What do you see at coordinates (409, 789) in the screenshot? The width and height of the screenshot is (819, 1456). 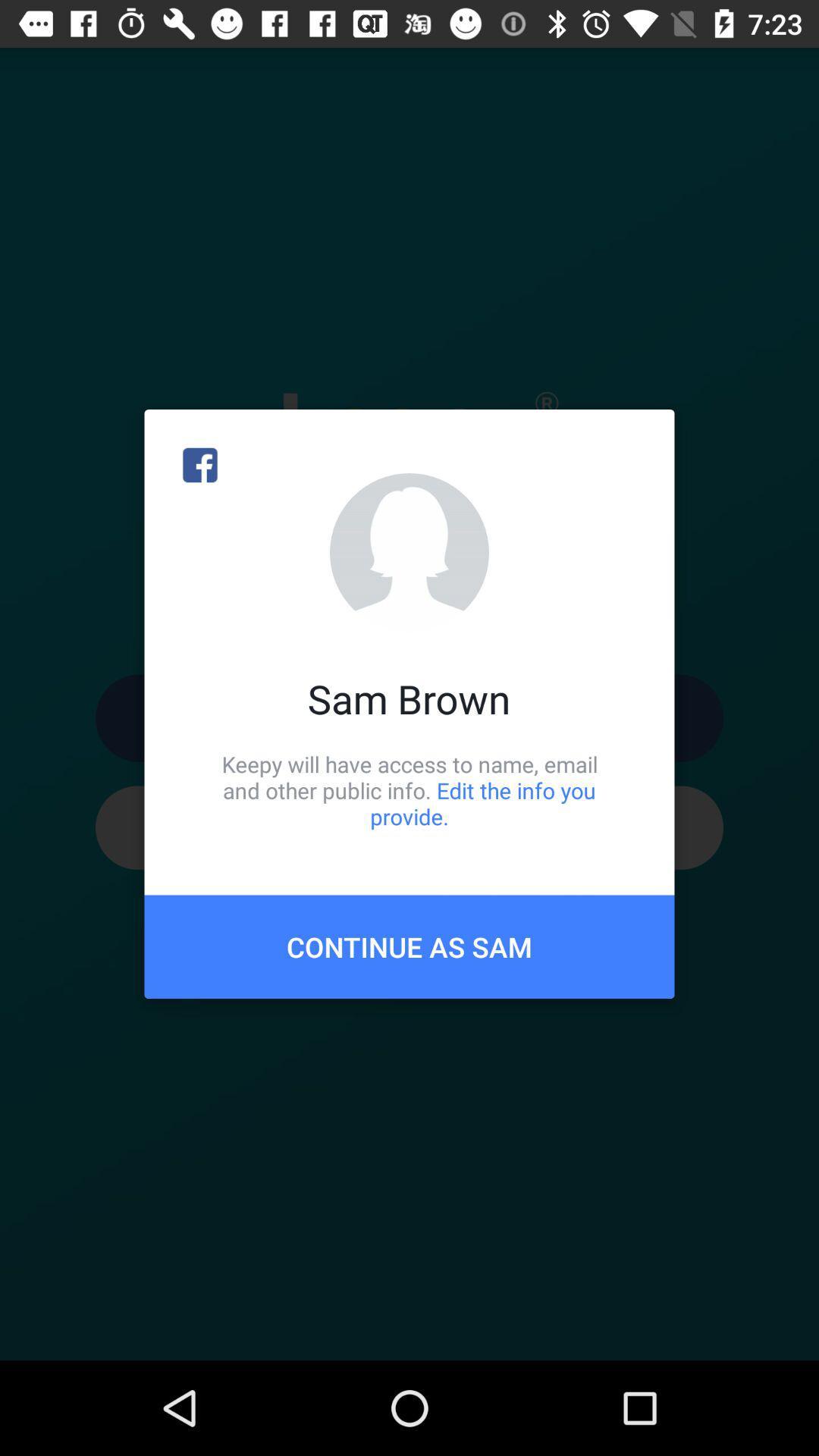 I see `keepy will have icon` at bounding box center [409, 789].